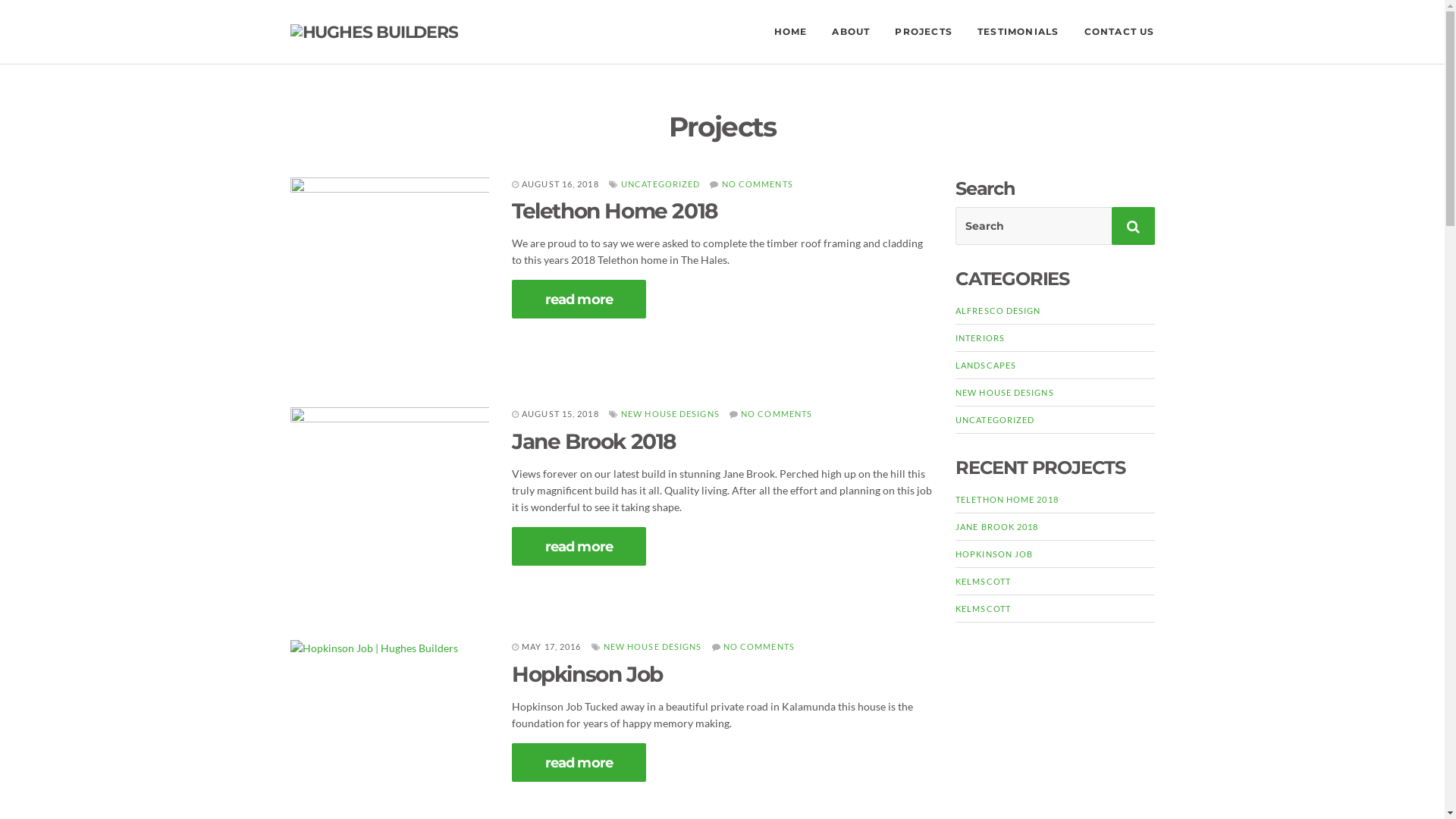 The width and height of the screenshot is (1456, 819). Describe the element at coordinates (1054, 309) in the screenshot. I see `'ALFRESCO DESIGN'` at that location.